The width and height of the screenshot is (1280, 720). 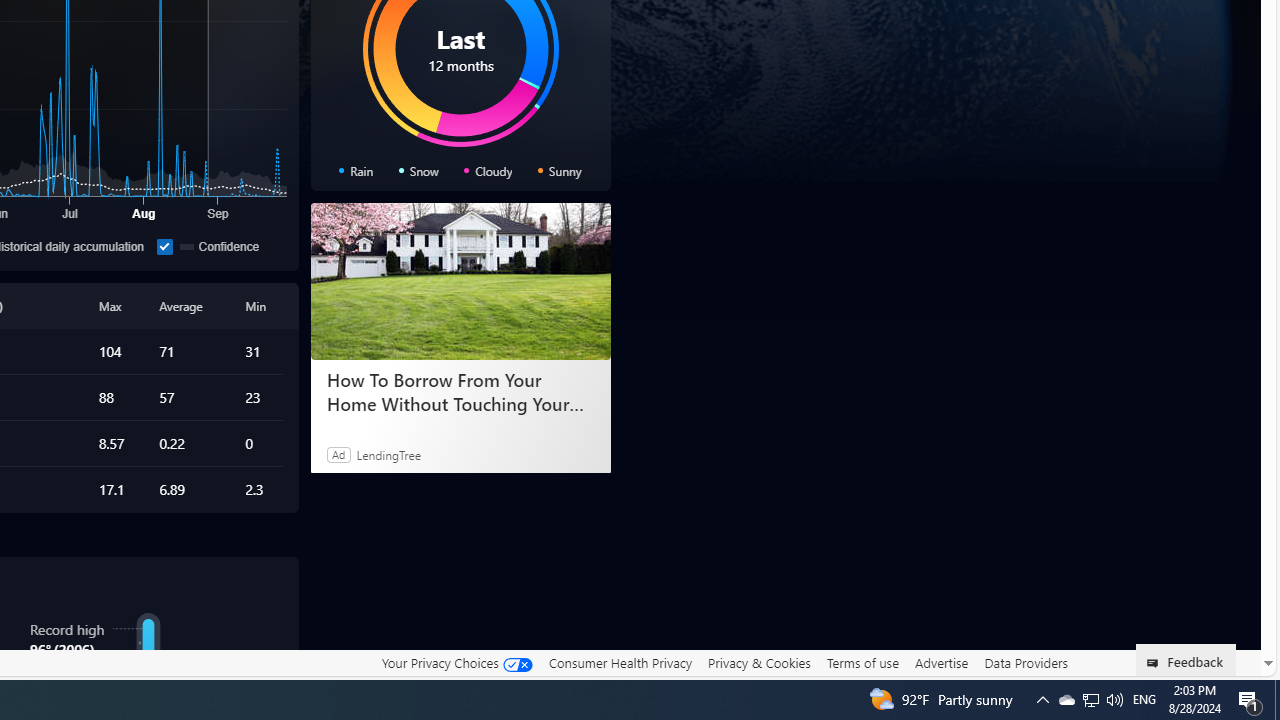 What do you see at coordinates (388, 454) in the screenshot?
I see `'LendingTree'` at bounding box center [388, 454].